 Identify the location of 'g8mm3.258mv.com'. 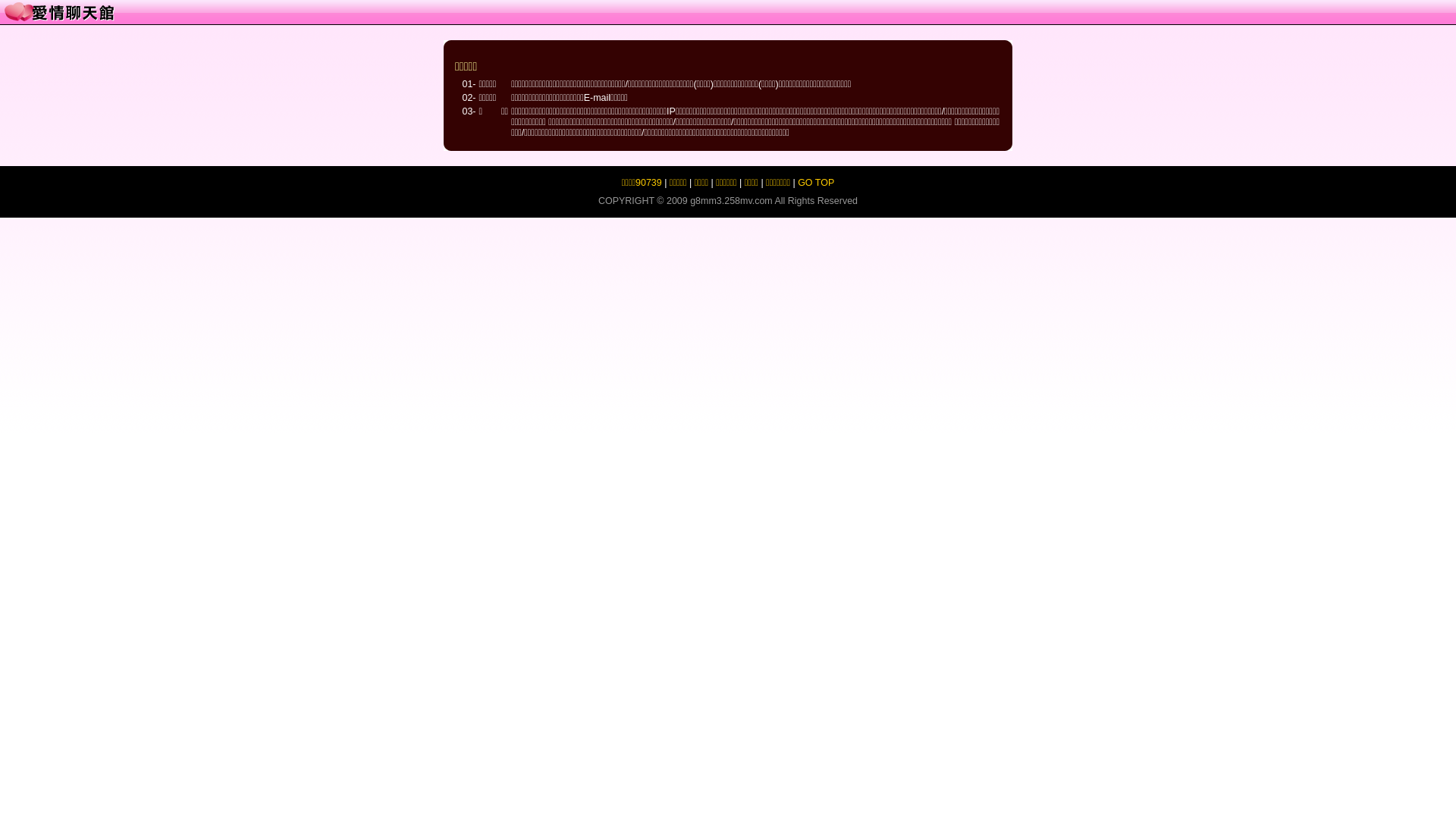
(689, 200).